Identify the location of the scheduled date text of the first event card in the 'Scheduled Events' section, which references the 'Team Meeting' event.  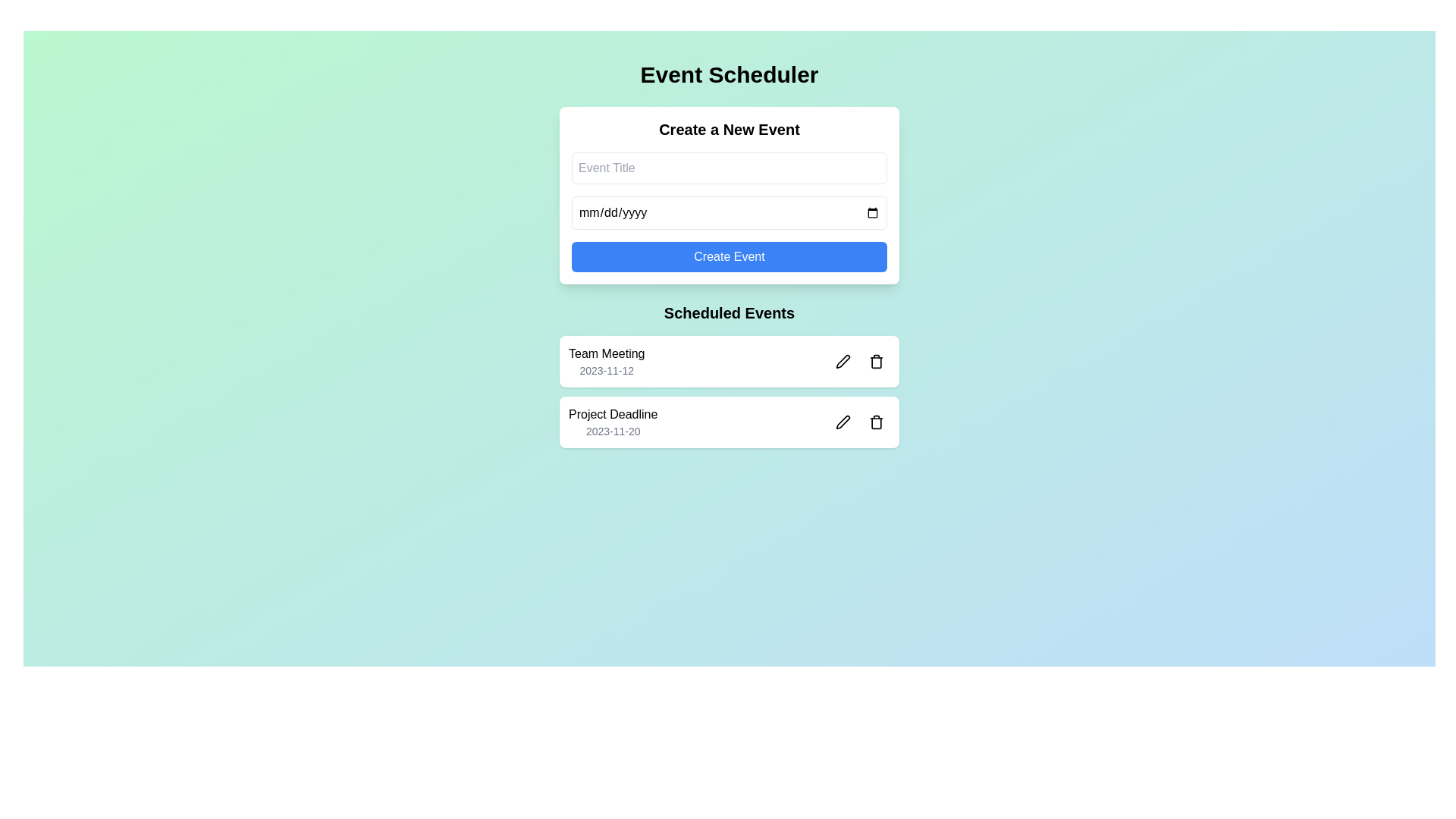
(607, 371).